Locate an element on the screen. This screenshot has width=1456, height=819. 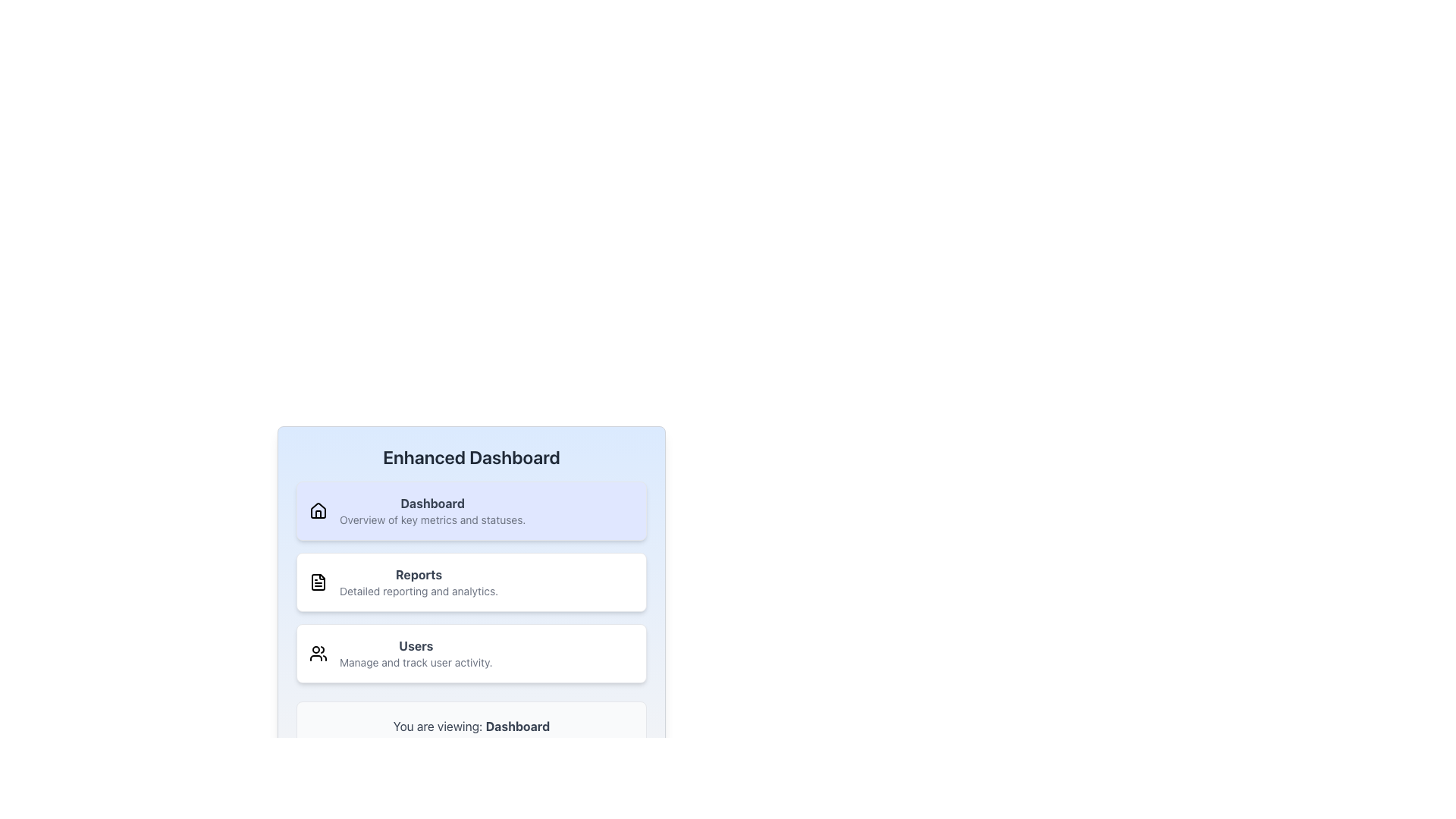
the bold text label displaying 'Reports', which is centrally positioned in the middle card of the dashboard, indicating emphasis in the section about reports is located at coordinates (419, 575).